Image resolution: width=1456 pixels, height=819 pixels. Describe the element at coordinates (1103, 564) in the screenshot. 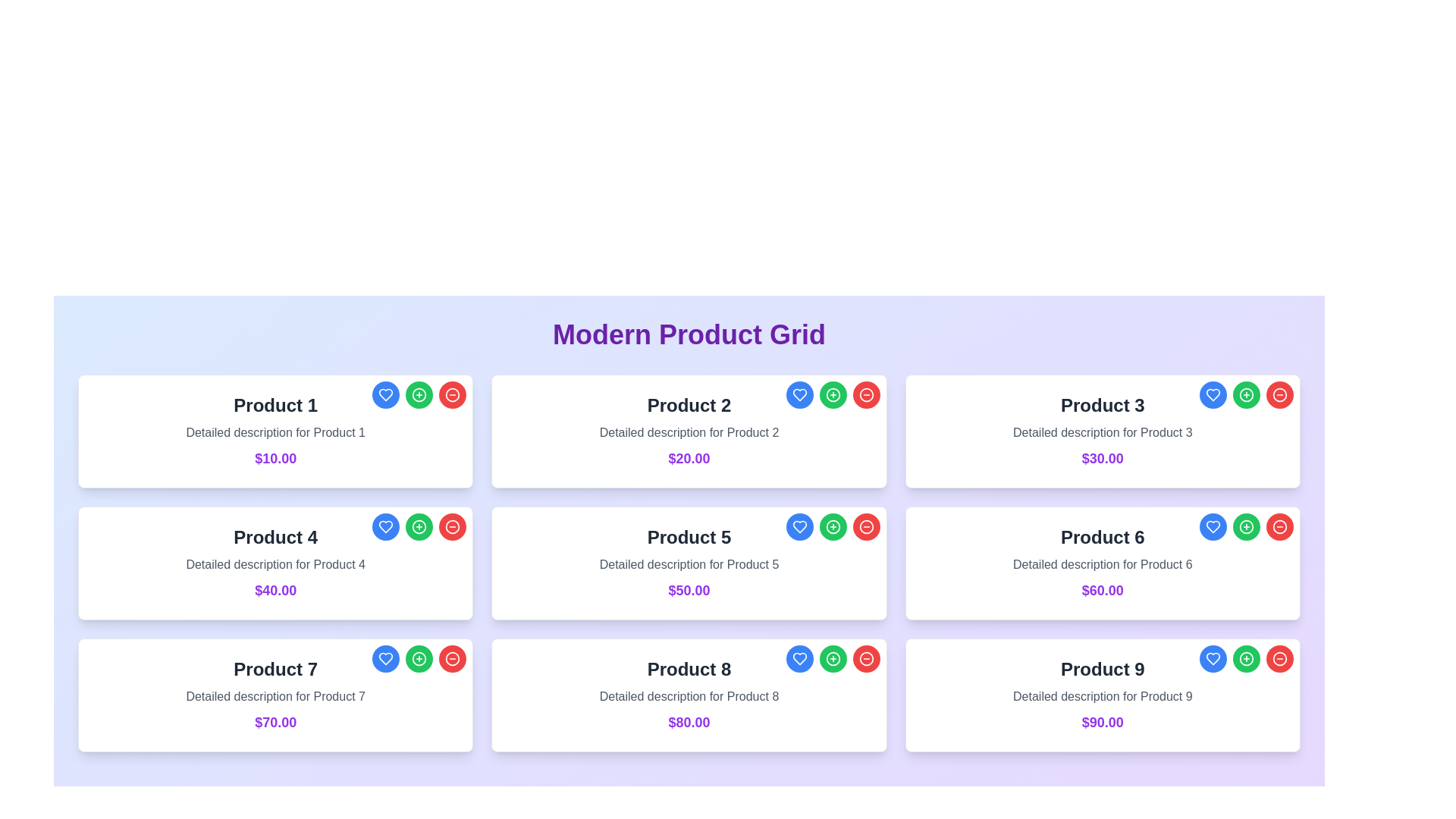

I see `the text label displaying 'Detailed description for Product 6', which is located in the sixth product card of a 3x3 grid layout, positioned directly beneath the title 'Product 6' and above the price '$60.00'` at that location.